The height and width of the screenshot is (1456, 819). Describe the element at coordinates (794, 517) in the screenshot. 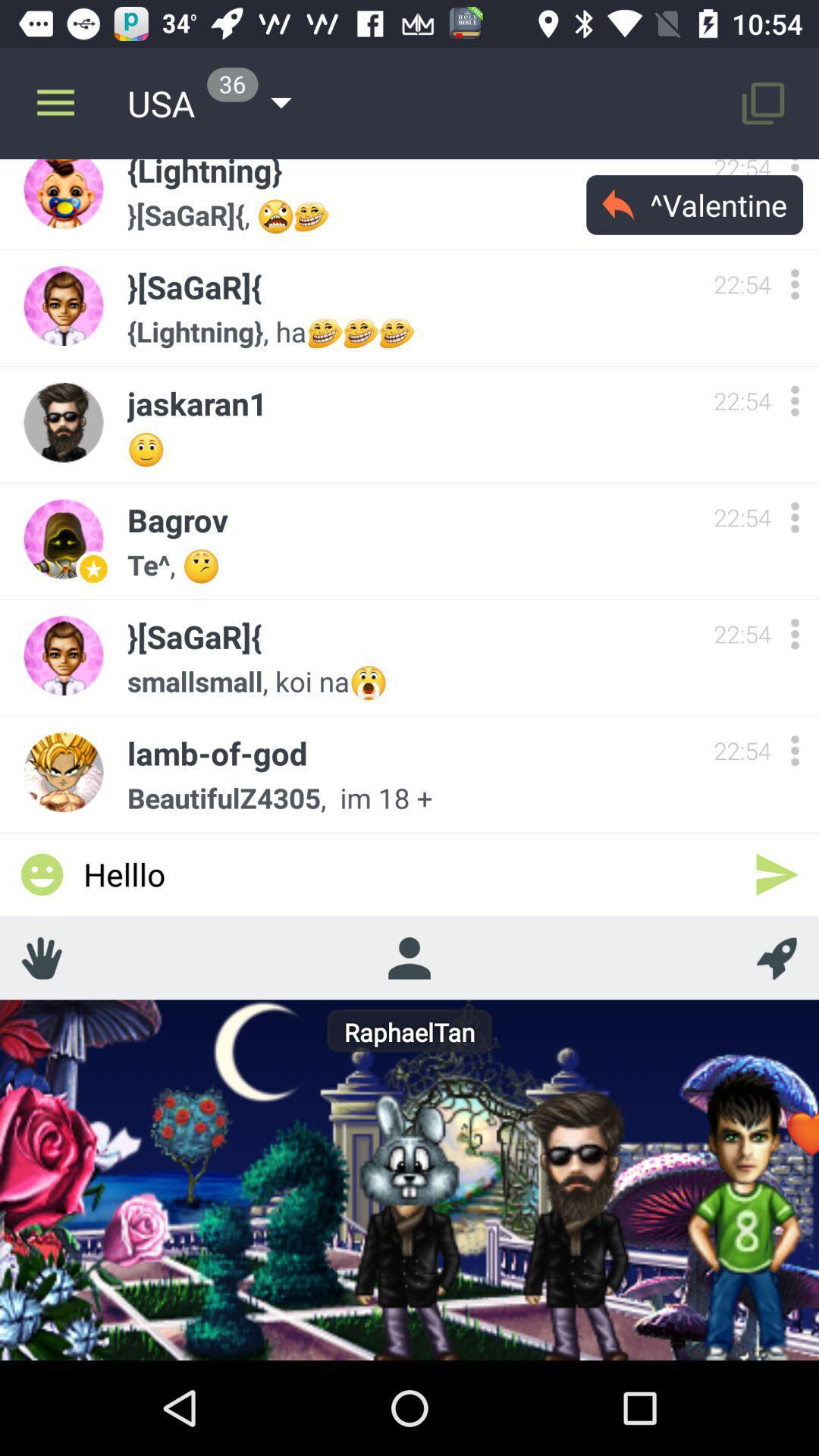

I see `the more icon` at that location.